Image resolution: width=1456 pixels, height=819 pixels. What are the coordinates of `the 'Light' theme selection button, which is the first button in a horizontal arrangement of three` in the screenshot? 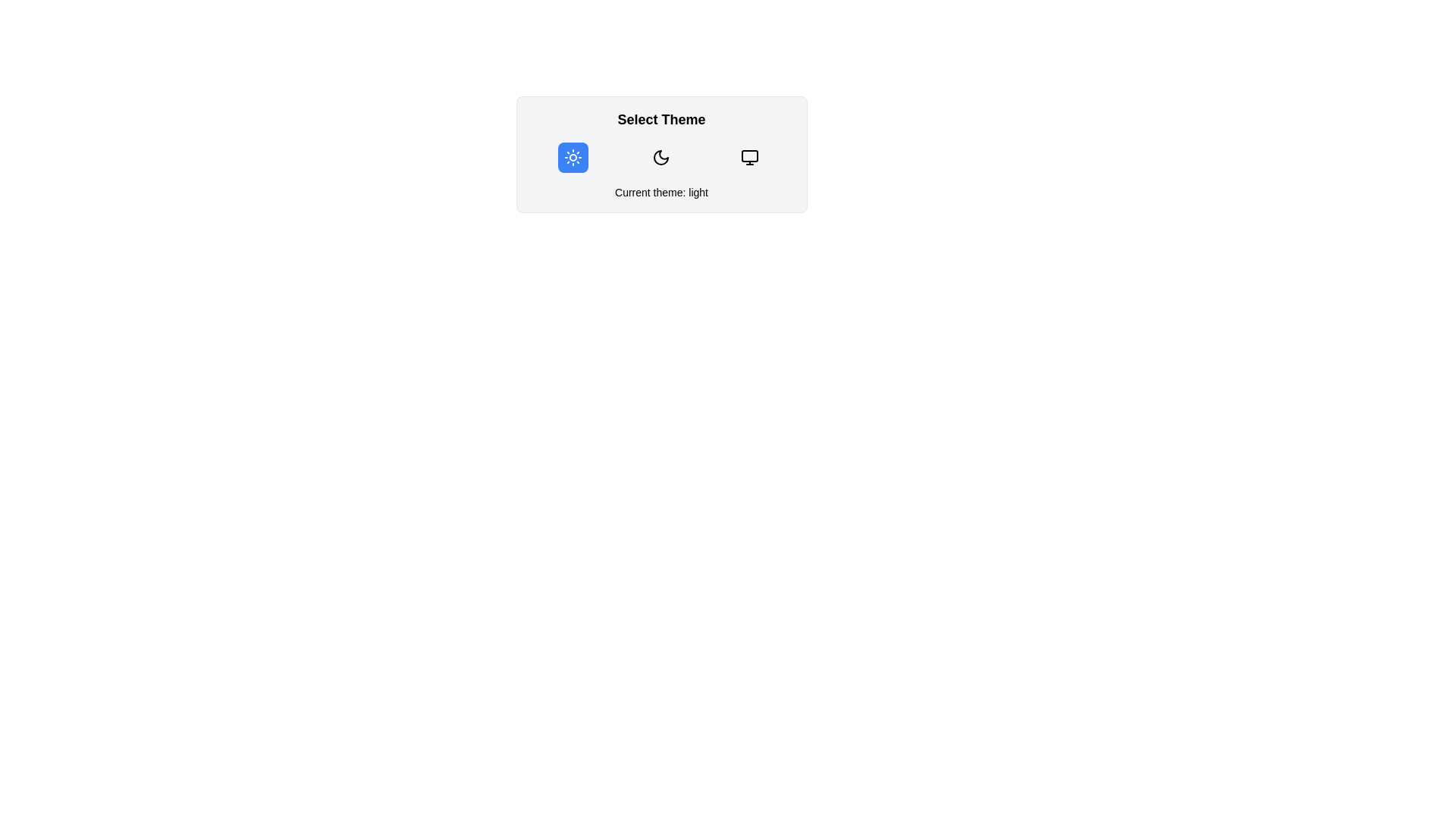 It's located at (572, 158).